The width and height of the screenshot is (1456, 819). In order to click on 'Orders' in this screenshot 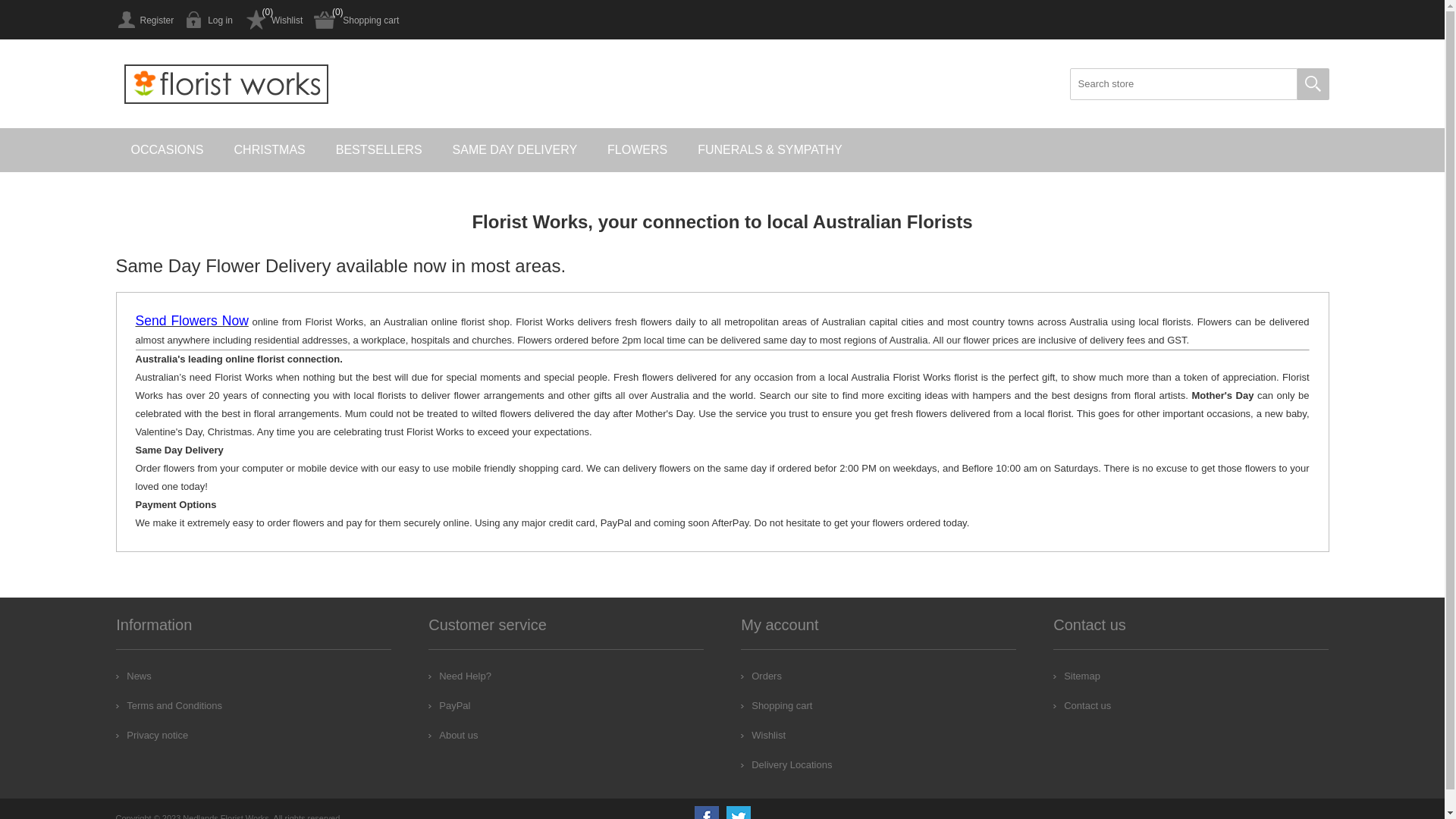, I will do `click(761, 675)`.